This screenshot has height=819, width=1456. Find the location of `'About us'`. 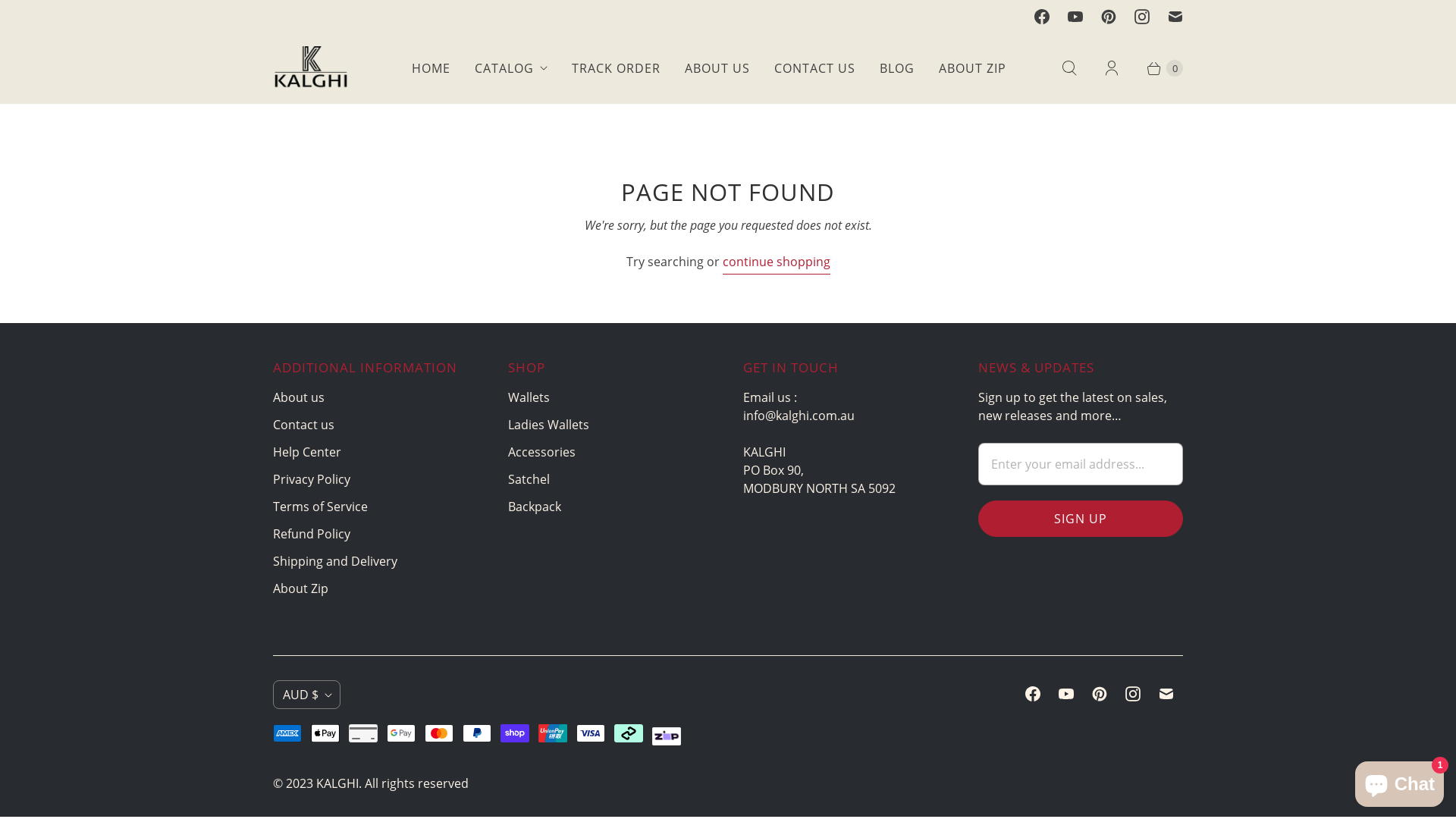

'About us' is located at coordinates (298, 397).